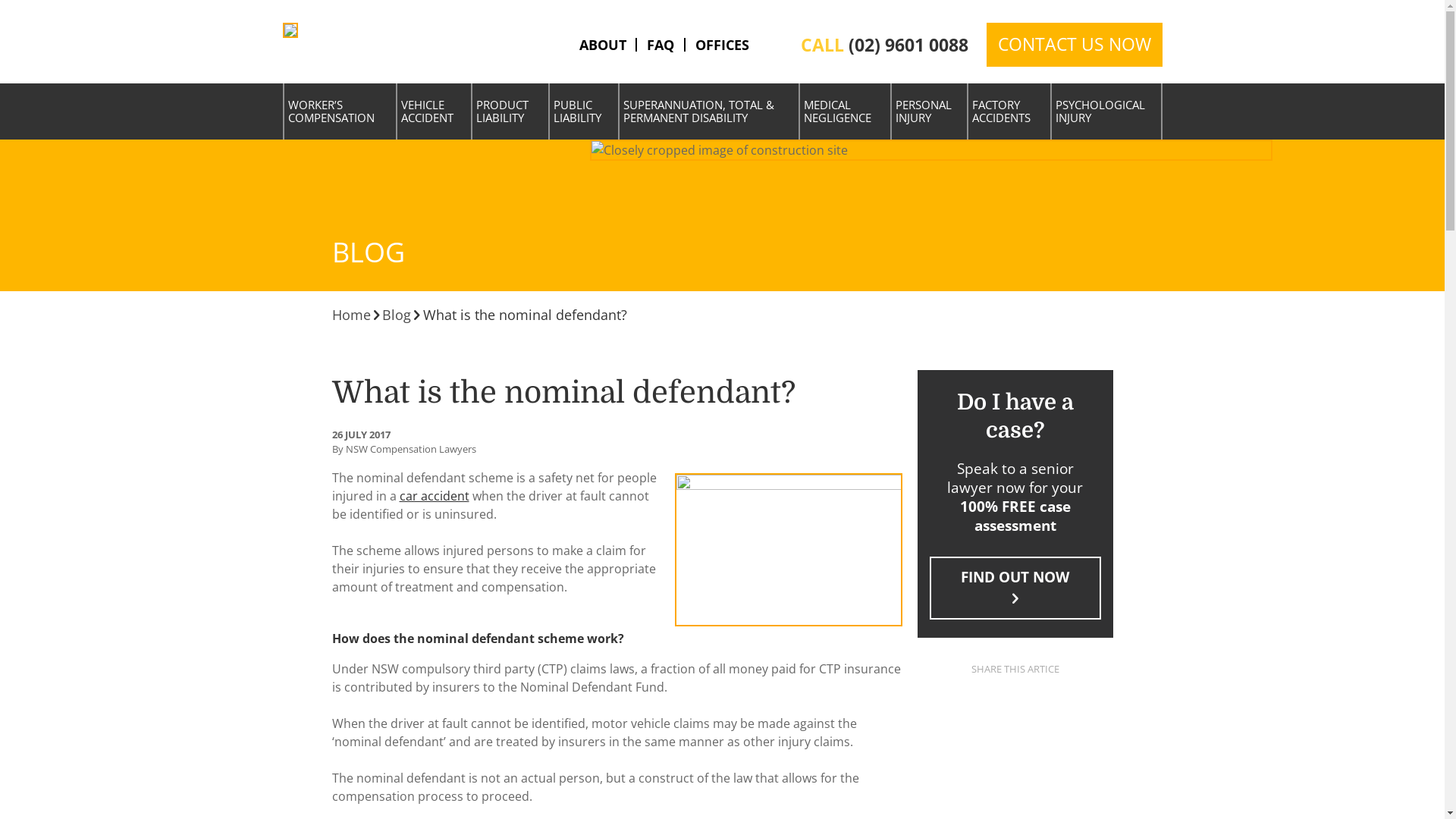  Describe the element at coordinates (433, 111) in the screenshot. I see `'VEHICLE ACCIDENT'` at that location.